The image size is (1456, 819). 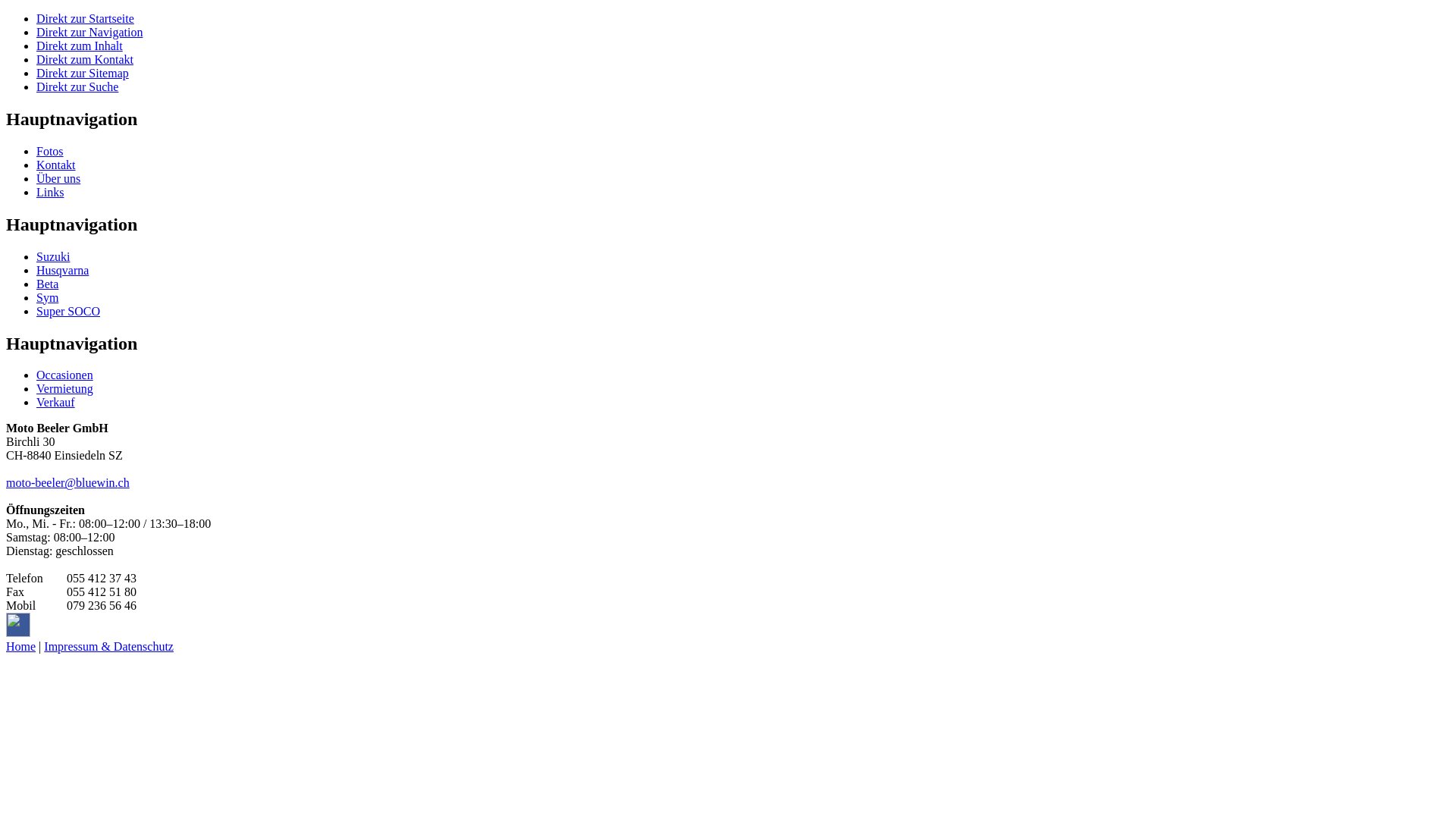 I want to click on 'Vermietung', so click(x=64, y=388).